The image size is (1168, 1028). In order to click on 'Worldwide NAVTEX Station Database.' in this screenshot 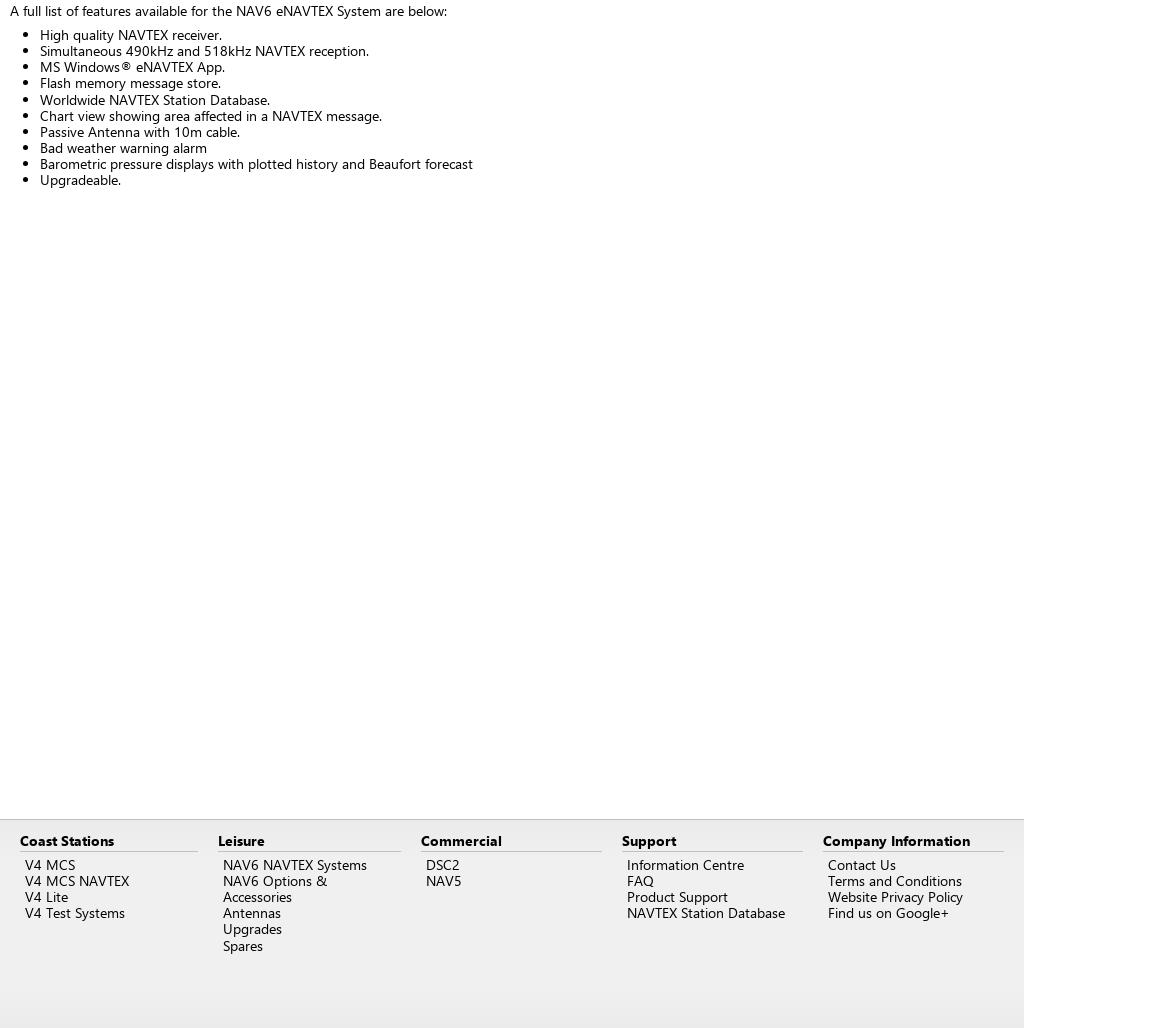, I will do `click(39, 97)`.